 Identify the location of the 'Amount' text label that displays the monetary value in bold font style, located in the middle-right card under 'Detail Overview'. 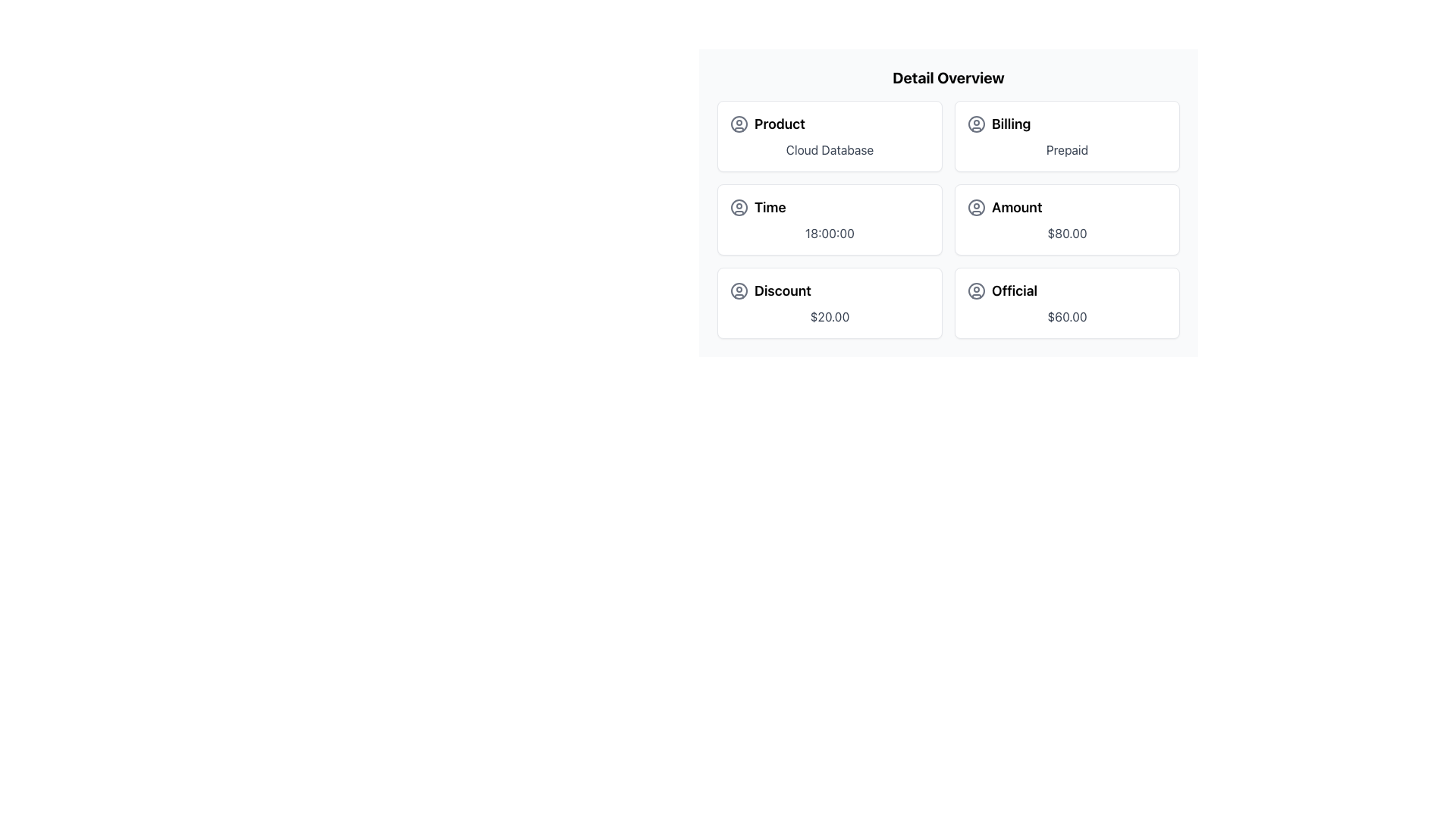
(1017, 207).